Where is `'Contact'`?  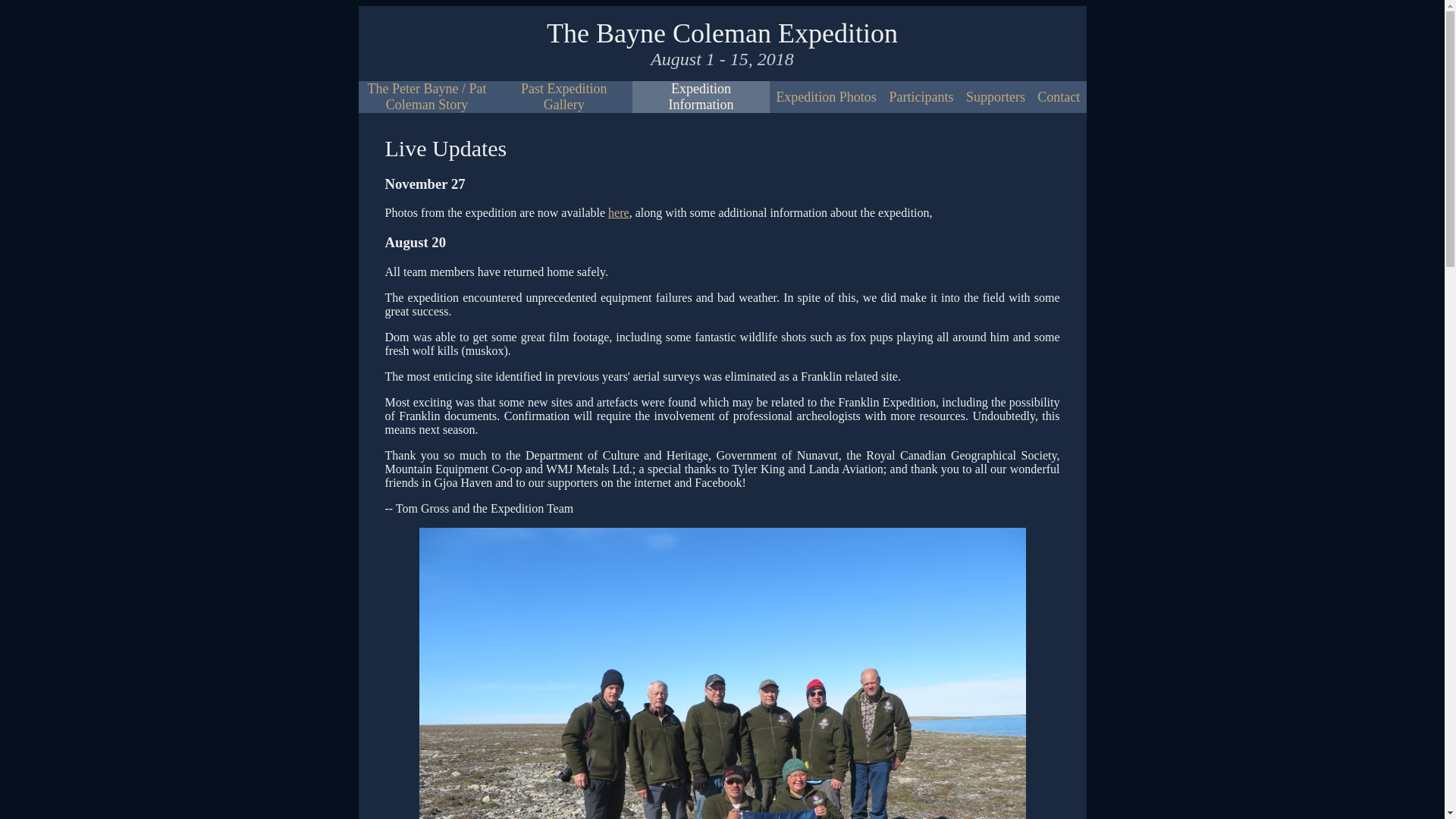
'Contact' is located at coordinates (1058, 97).